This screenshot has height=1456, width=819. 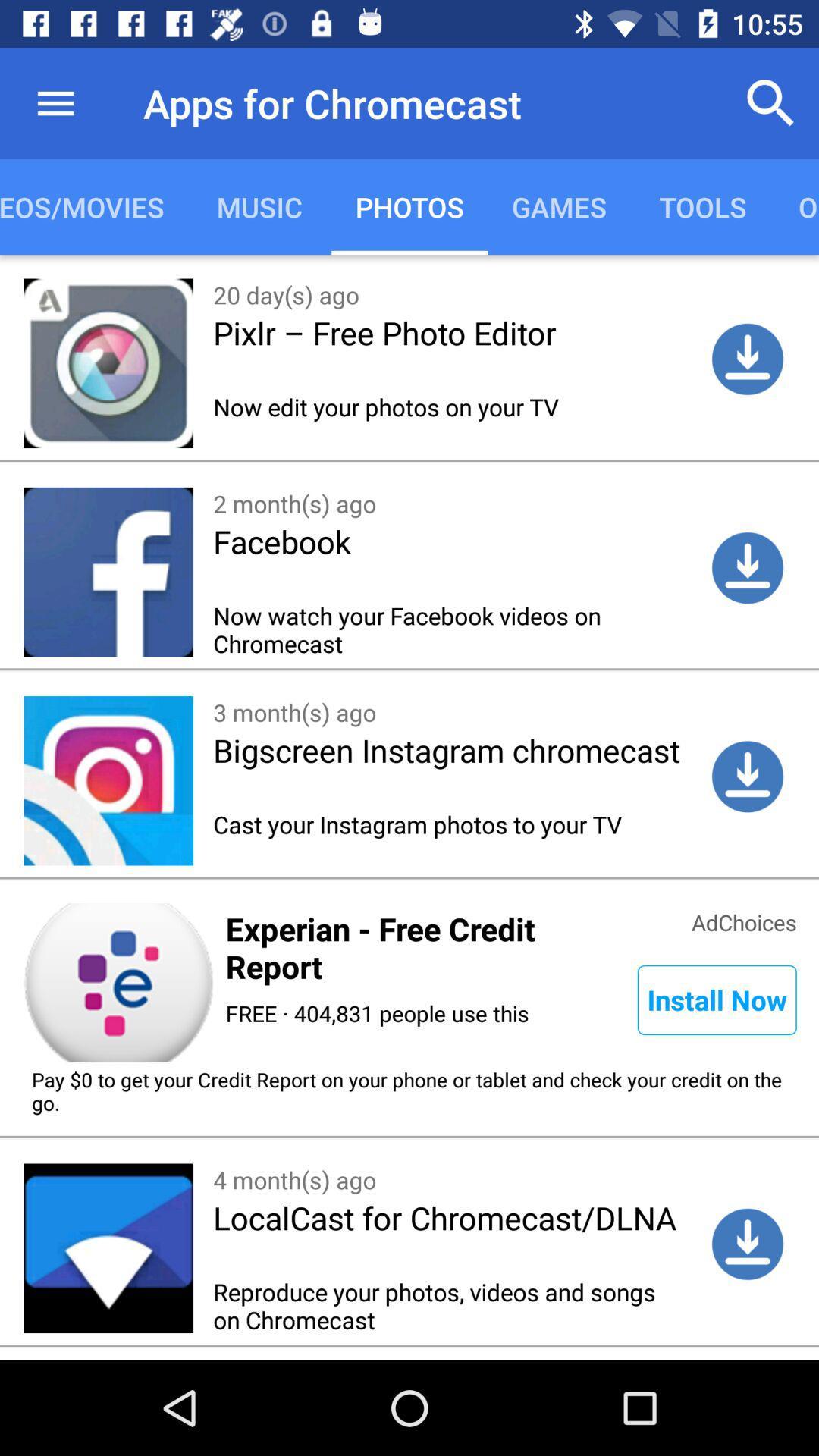 I want to click on install now icon, so click(x=717, y=999).